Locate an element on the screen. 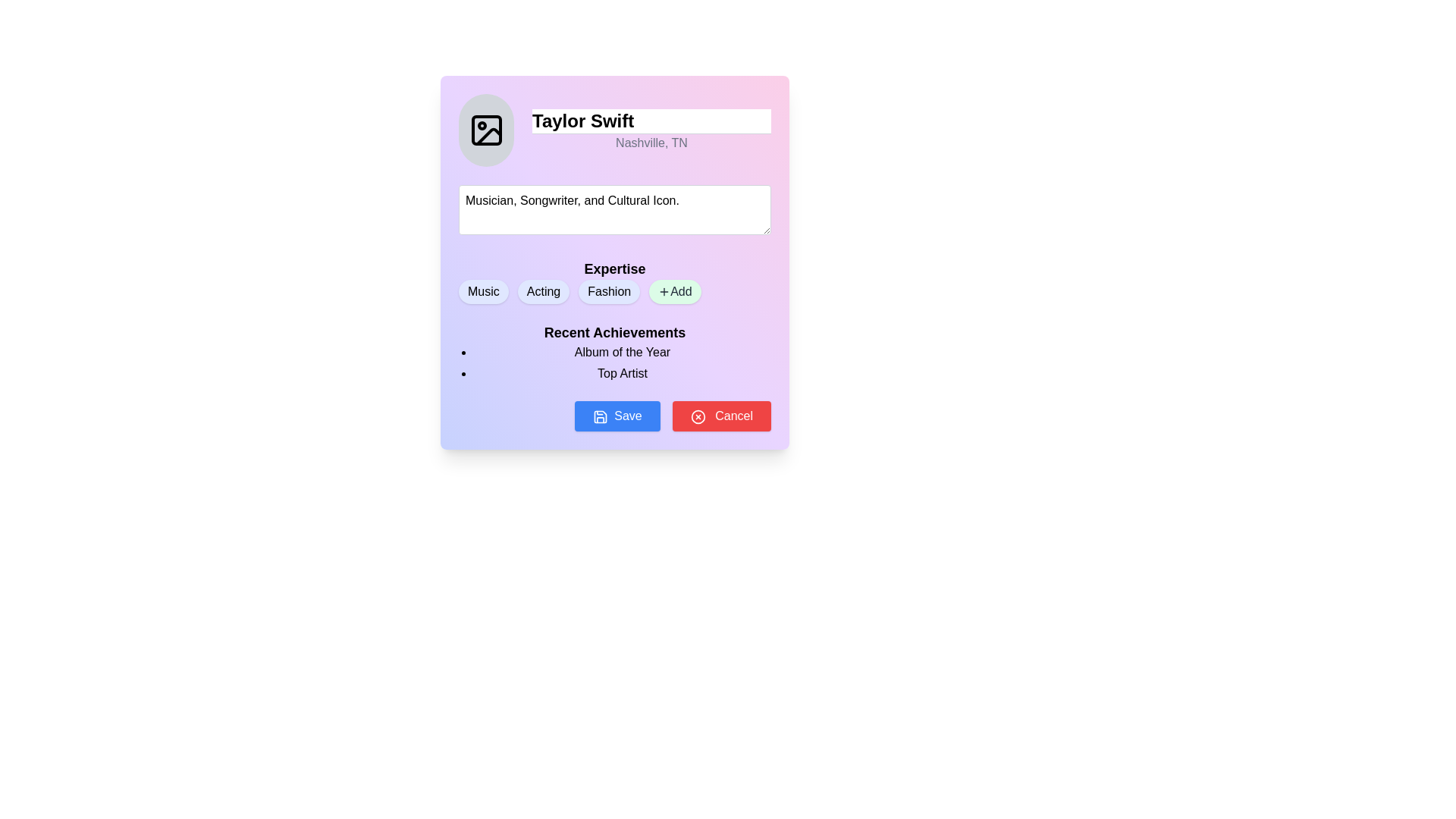 Image resolution: width=1456 pixels, height=819 pixels. the text input field below the name 'Taylor Swift' and location 'Nashville, TN' to focus on it for text entry is located at coordinates (615, 210).